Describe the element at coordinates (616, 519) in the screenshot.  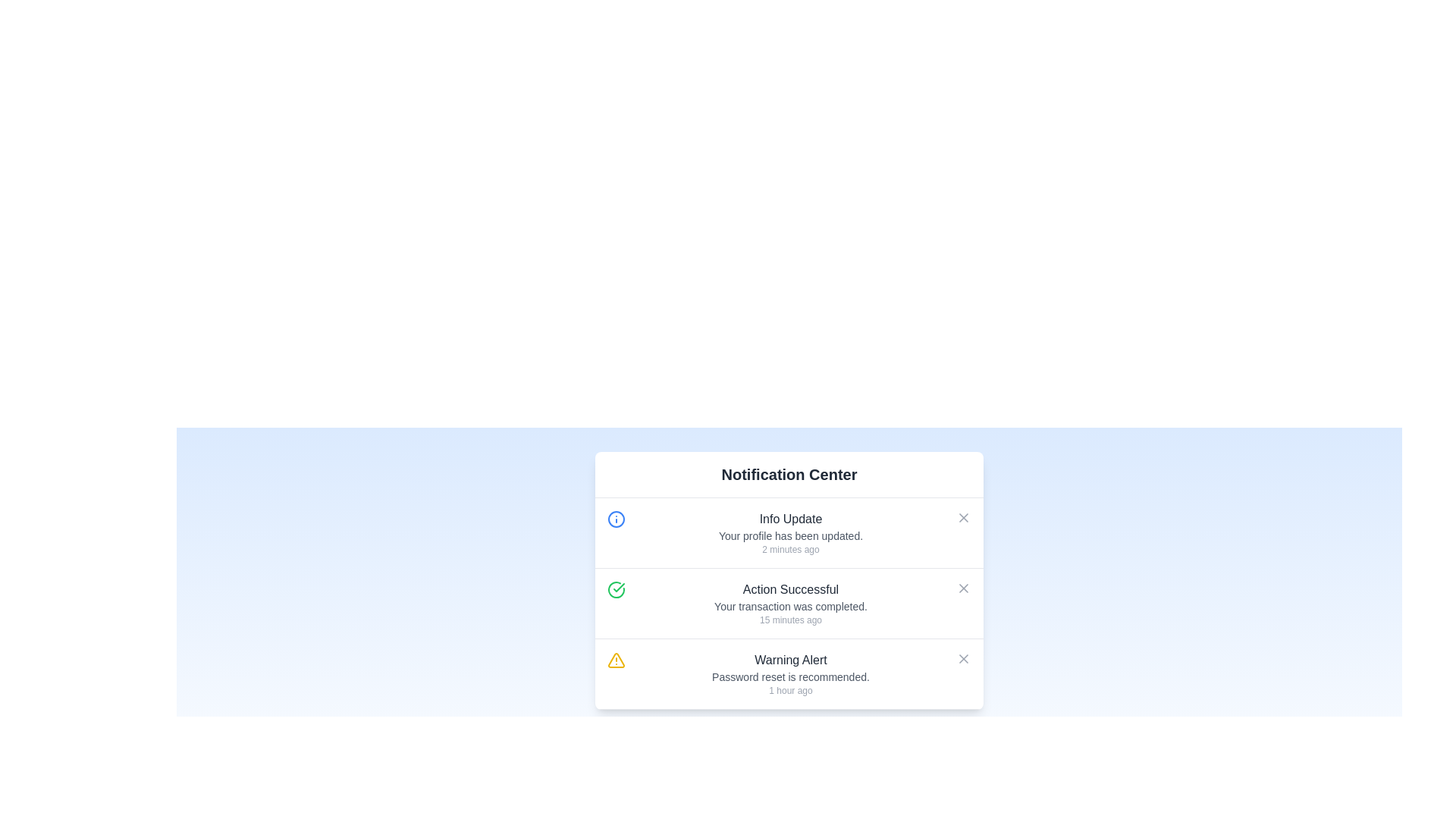
I see `the 'info' icon, which is a circular shape with a lowercase 'i' inside, featuring a blue border, located to the left of the 'Info Update' notification text` at that location.